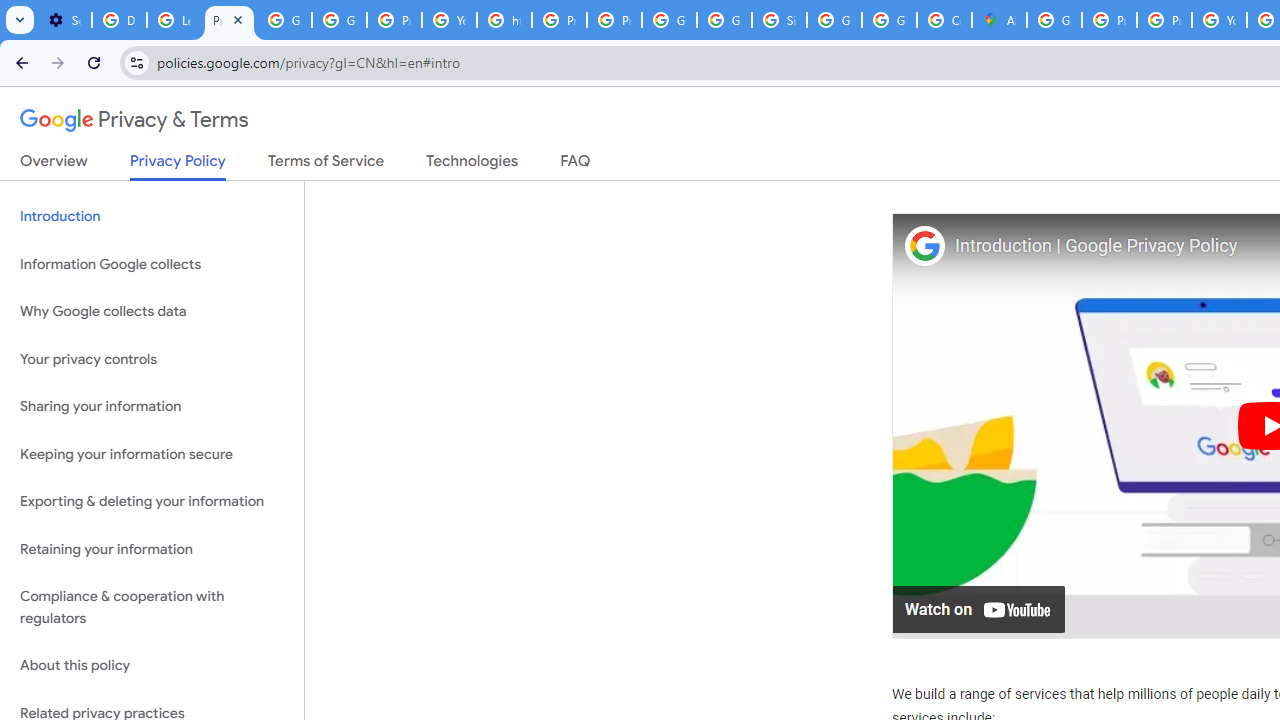  What do you see at coordinates (174, 20) in the screenshot?
I see `'Learn how to find your photos - Google Photos Help'` at bounding box center [174, 20].